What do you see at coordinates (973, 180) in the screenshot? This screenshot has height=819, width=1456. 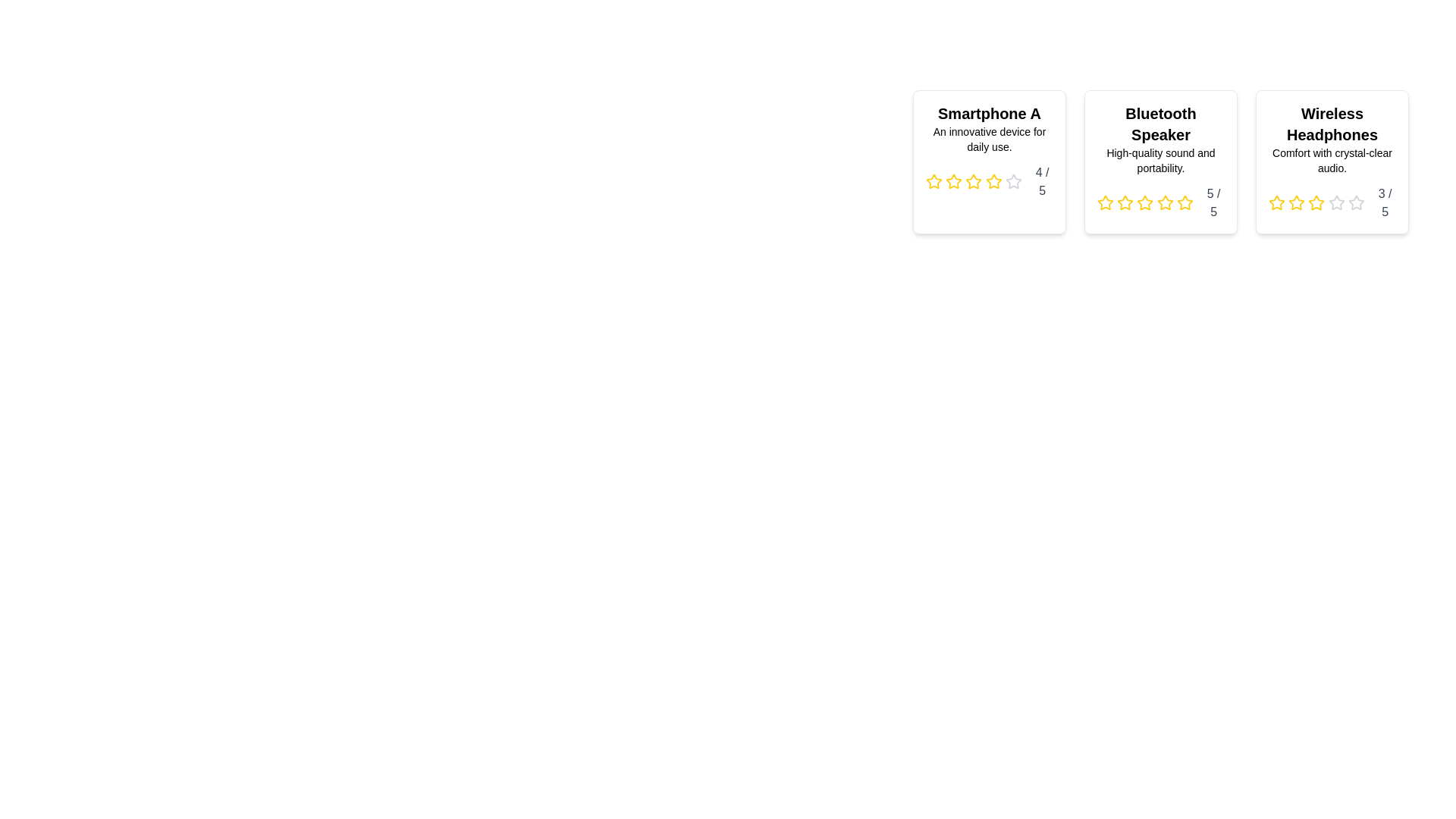 I see `the star icon corresponding to 3 stars in the rating component` at bounding box center [973, 180].